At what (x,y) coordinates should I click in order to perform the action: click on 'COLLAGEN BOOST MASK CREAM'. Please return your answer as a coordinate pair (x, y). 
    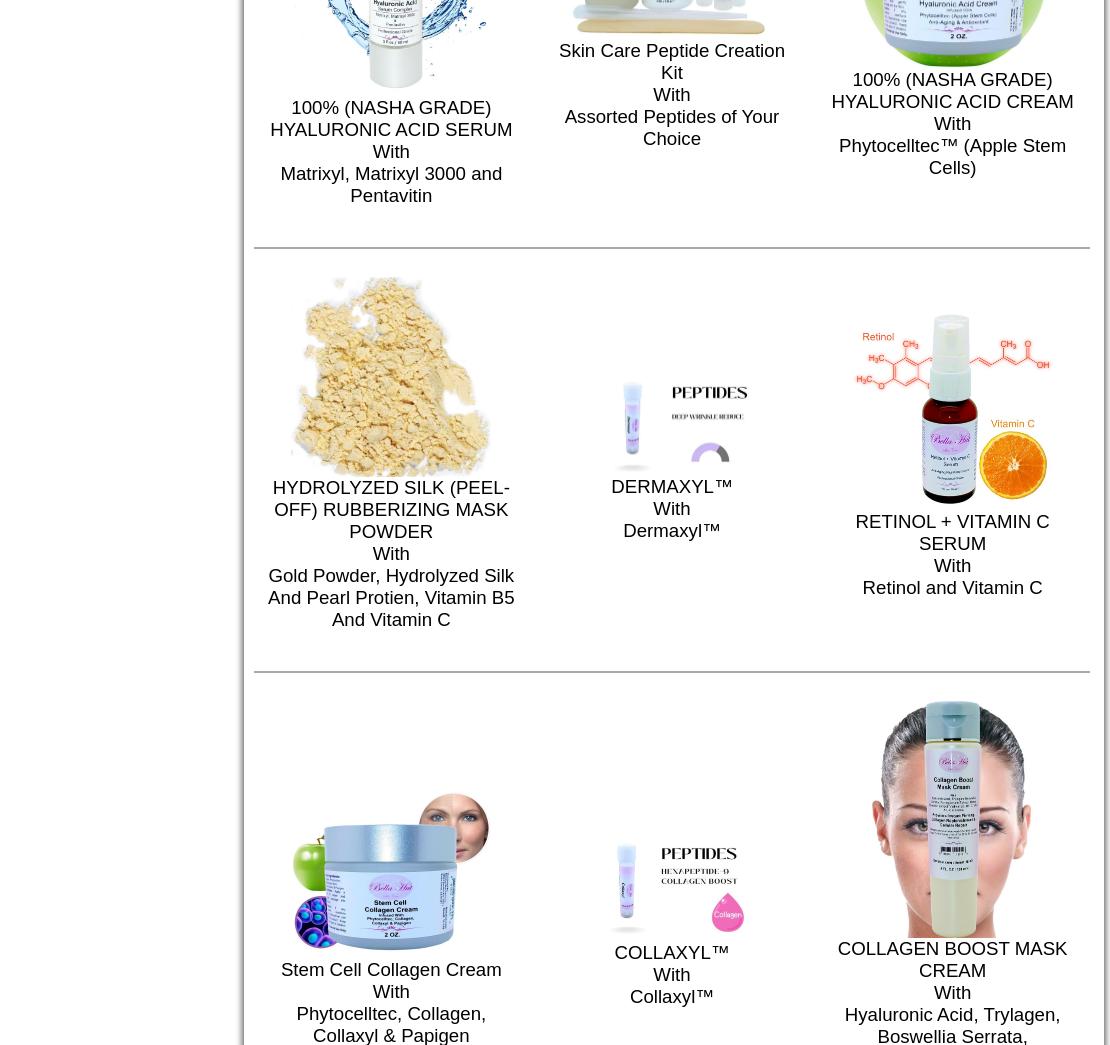
    Looking at the image, I should click on (951, 958).